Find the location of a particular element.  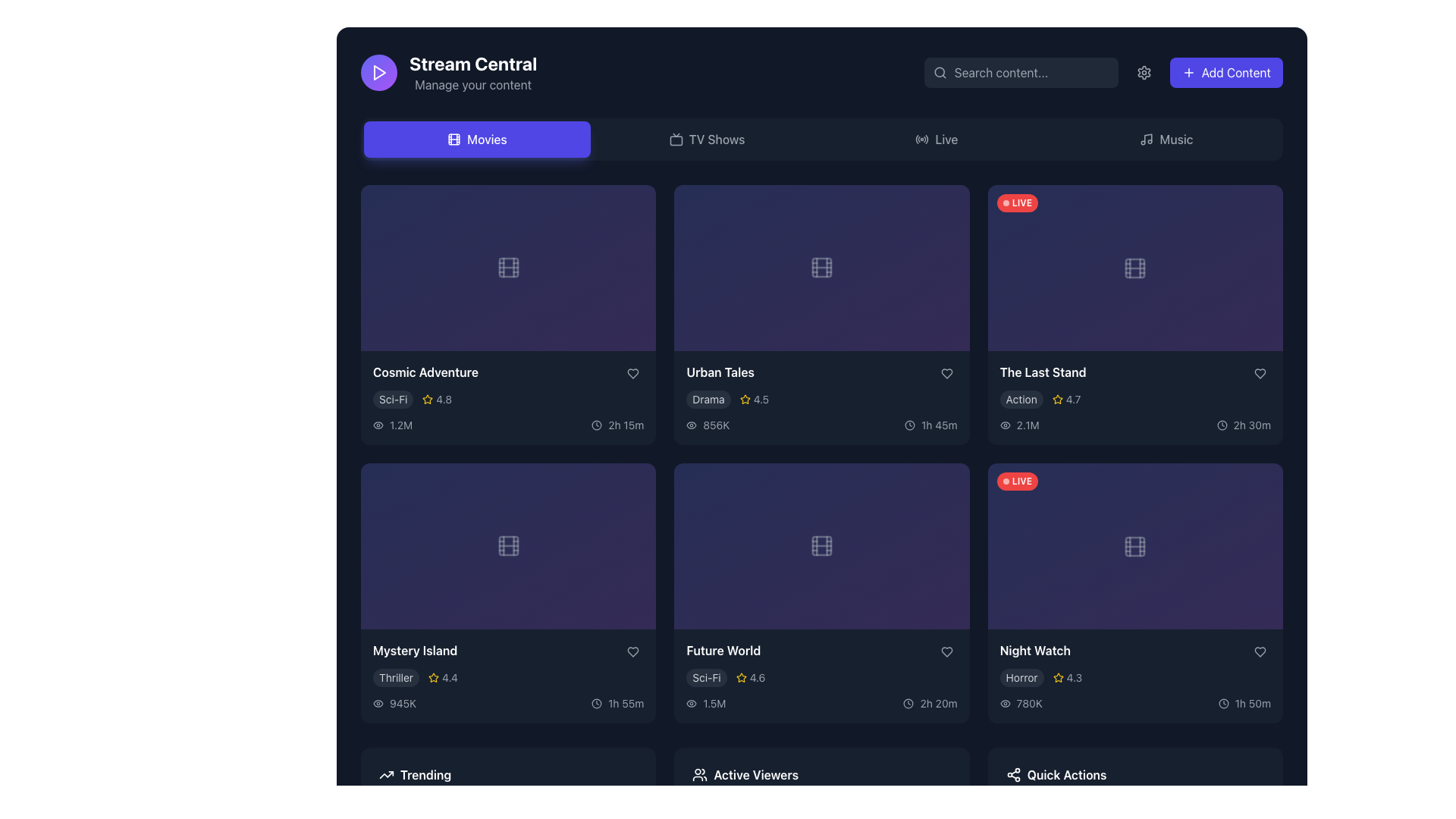

the label displaying the count of views or engagements for the Night Watch item, located in the bottom-right corner of the Night Watch section next to the eye symbol and preceding the duration '1h 50m.' is located at coordinates (1021, 704).